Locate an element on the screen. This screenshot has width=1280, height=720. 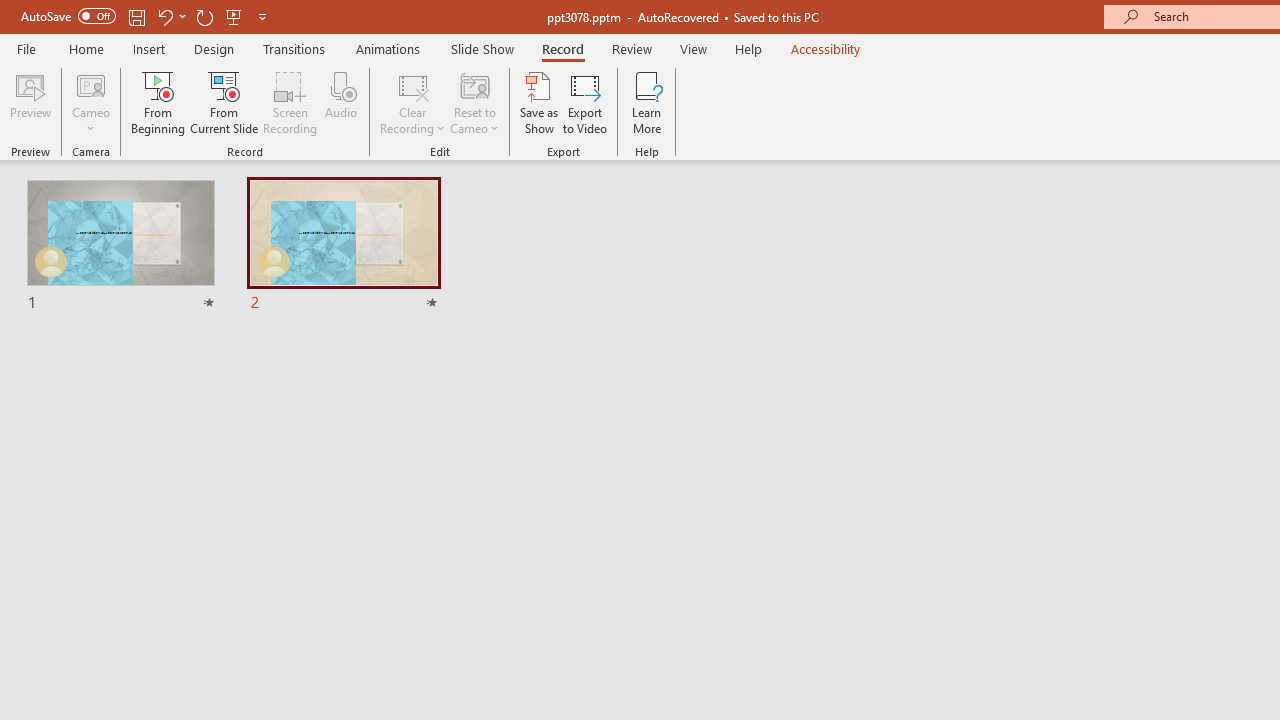
'Clear Recording' is located at coordinates (411, 103).